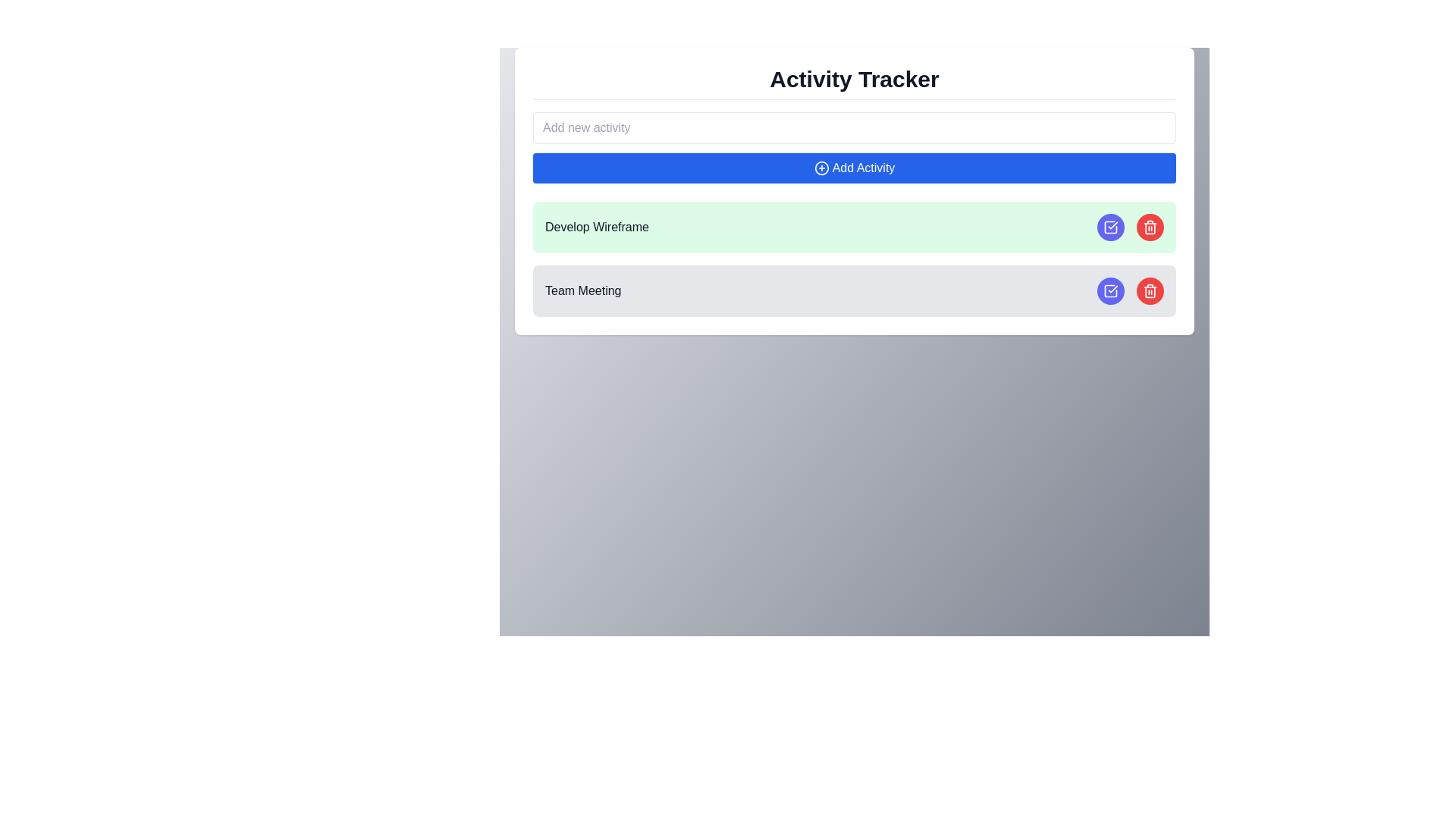 The width and height of the screenshot is (1456, 819). Describe the element at coordinates (1110, 227) in the screenshot. I see `the icon inside the circular button associated with the 'Team Meeting' entry` at that location.